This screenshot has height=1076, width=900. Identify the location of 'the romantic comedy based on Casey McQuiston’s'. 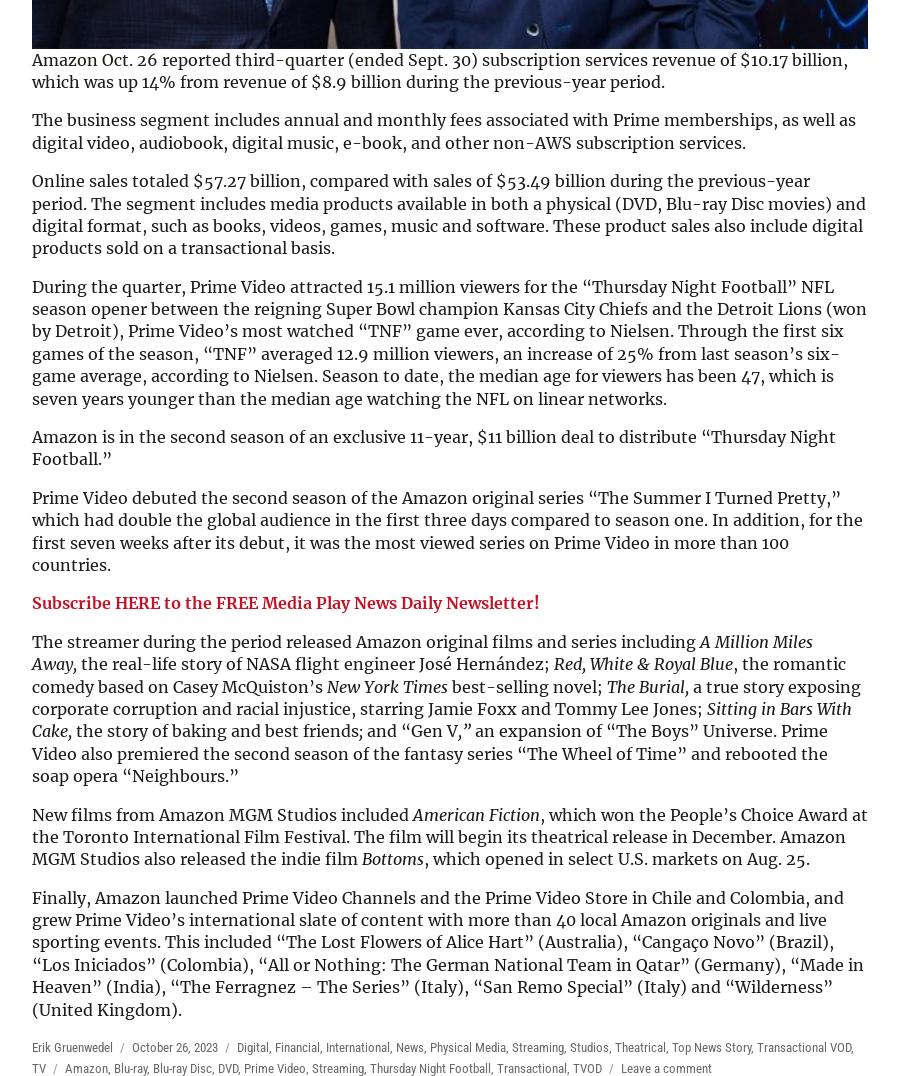
(439, 674).